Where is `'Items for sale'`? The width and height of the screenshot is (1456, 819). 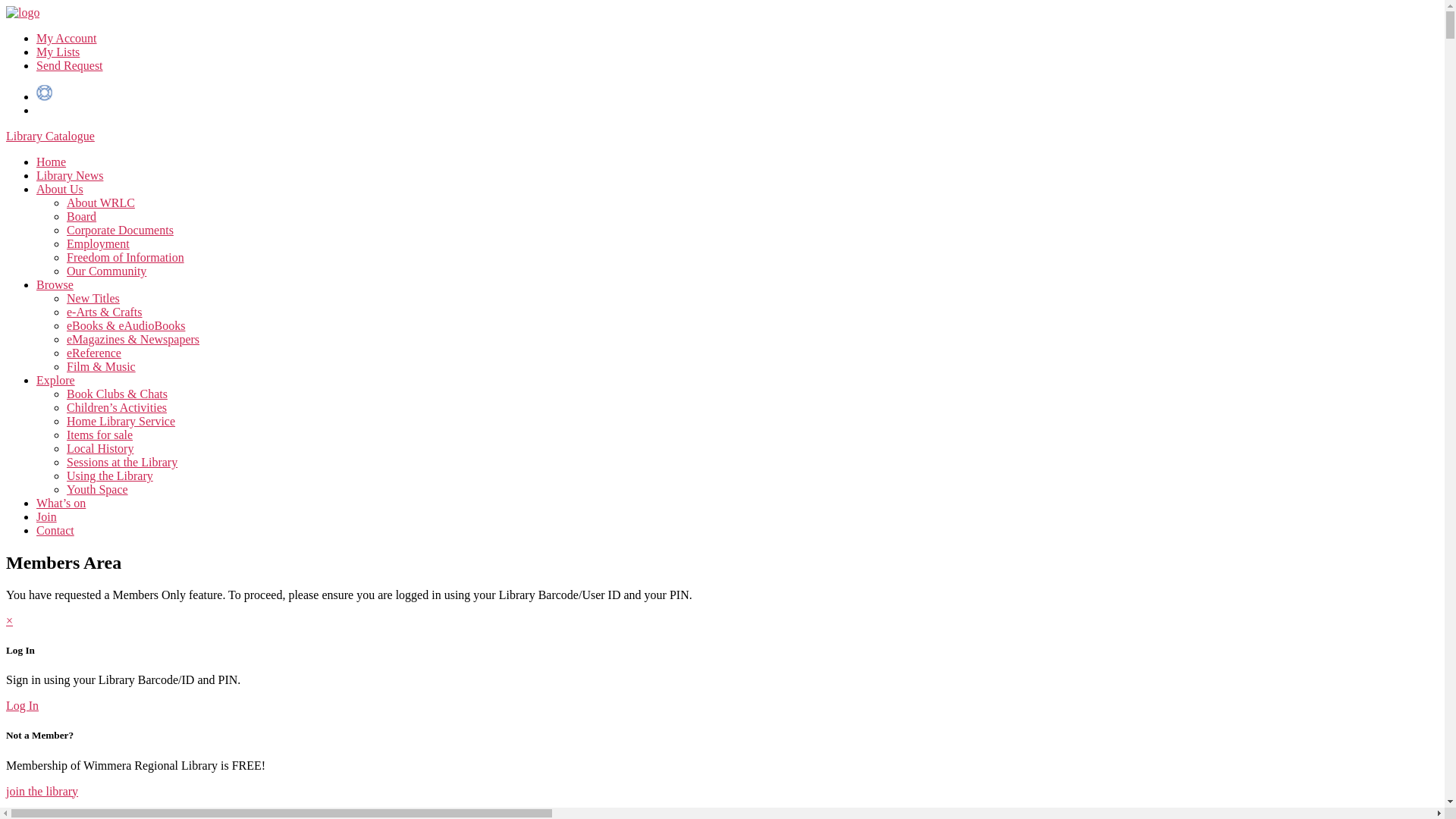 'Items for sale' is located at coordinates (65, 435).